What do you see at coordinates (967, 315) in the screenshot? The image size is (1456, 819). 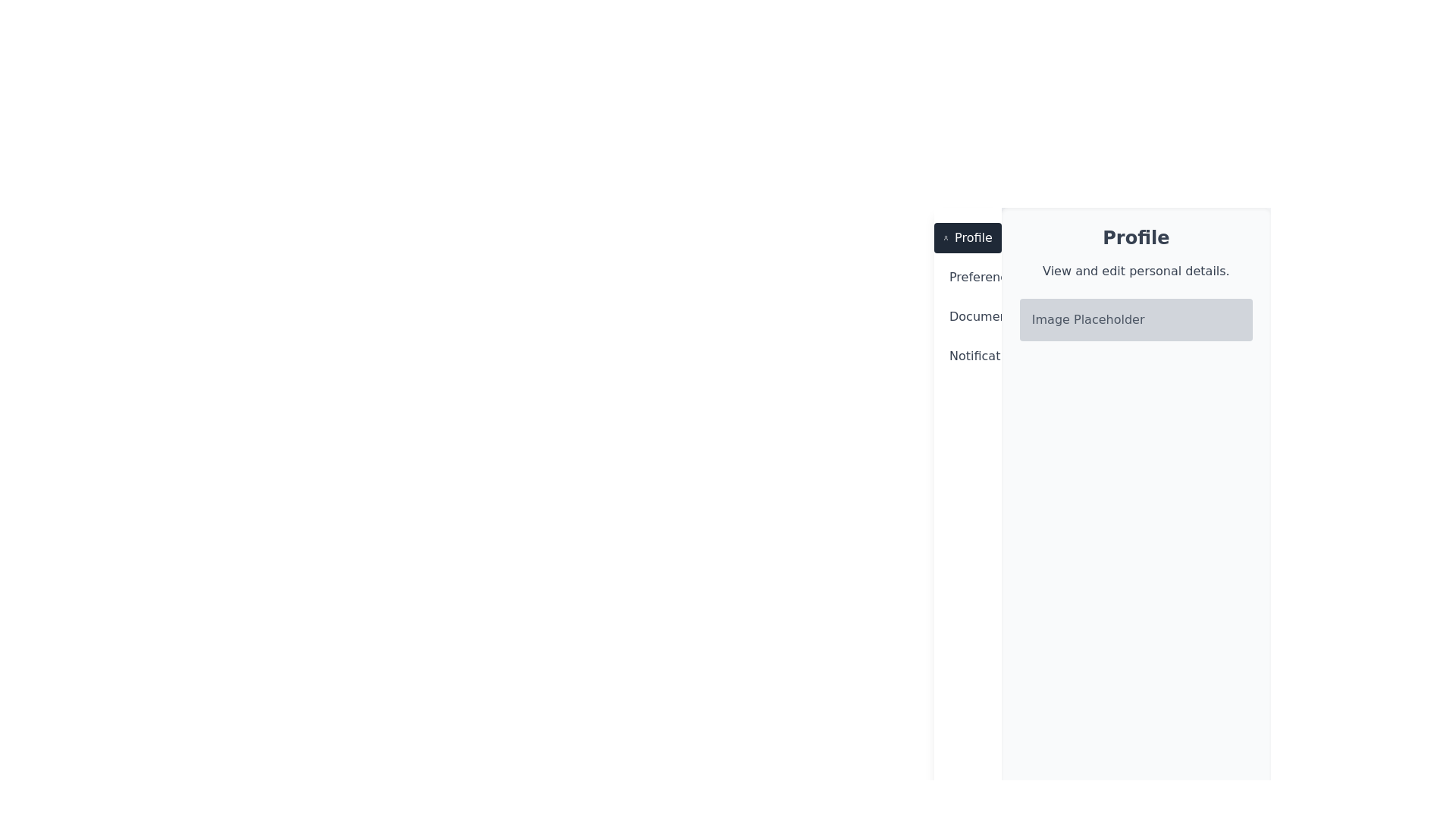 I see `the sidebar tab labeled Documents` at bounding box center [967, 315].